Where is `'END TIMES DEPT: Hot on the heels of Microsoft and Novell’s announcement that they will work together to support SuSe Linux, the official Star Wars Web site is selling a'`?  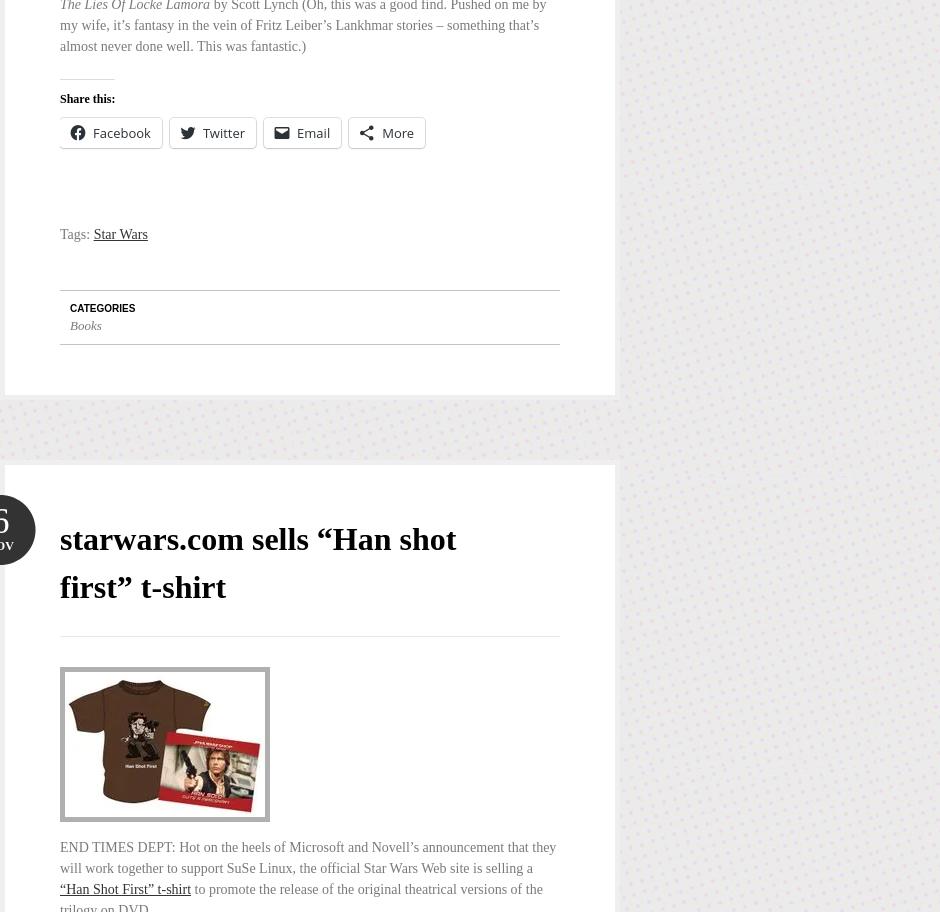
'END TIMES DEPT: Hot on the heels of Microsoft and Novell’s announcement that they will work together to support SuSe Linux, the official Star Wars Web site is selling a' is located at coordinates (58, 857).